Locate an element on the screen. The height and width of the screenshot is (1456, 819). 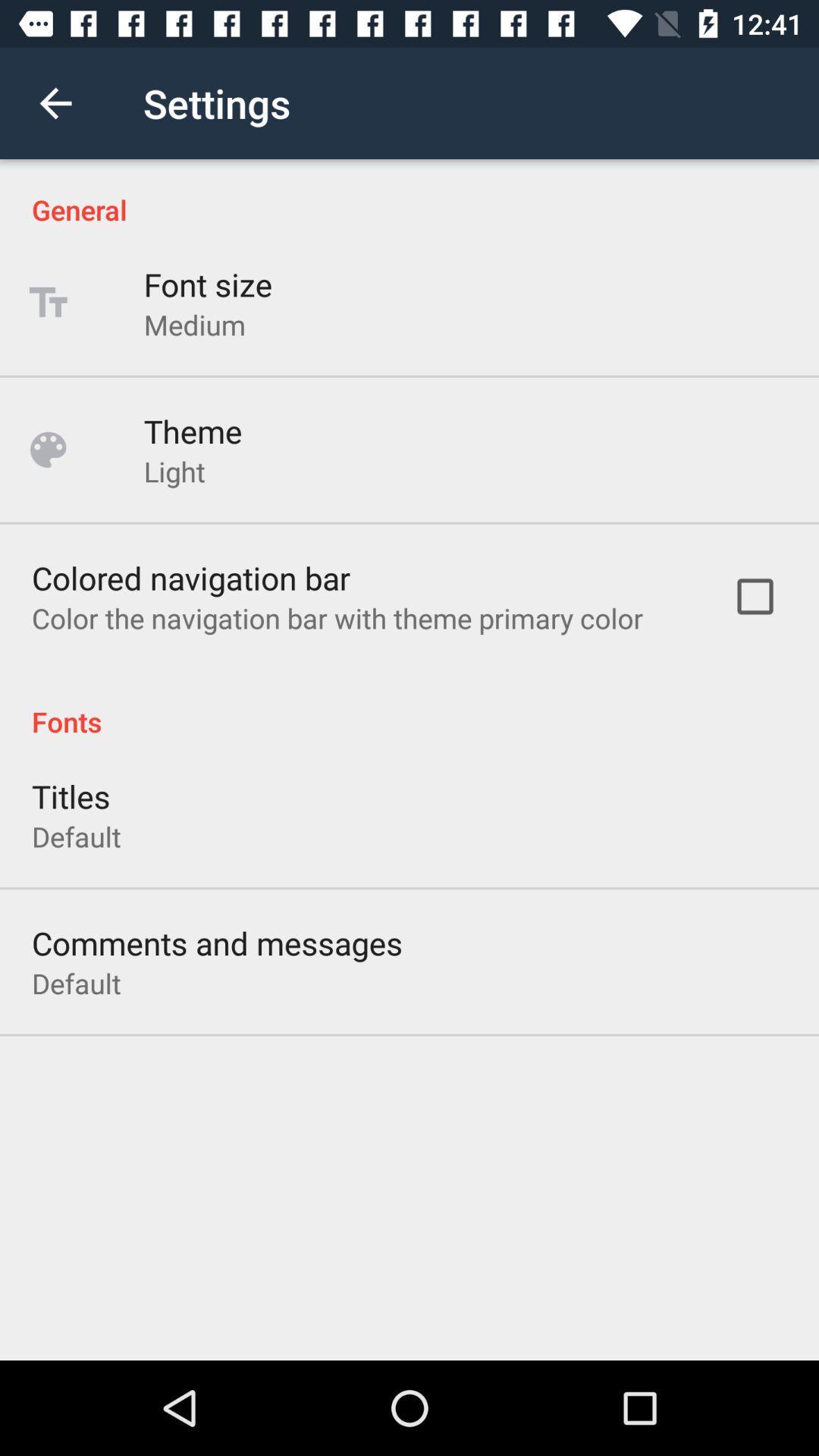
icon above the general icon is located at coordinates (55, 102).